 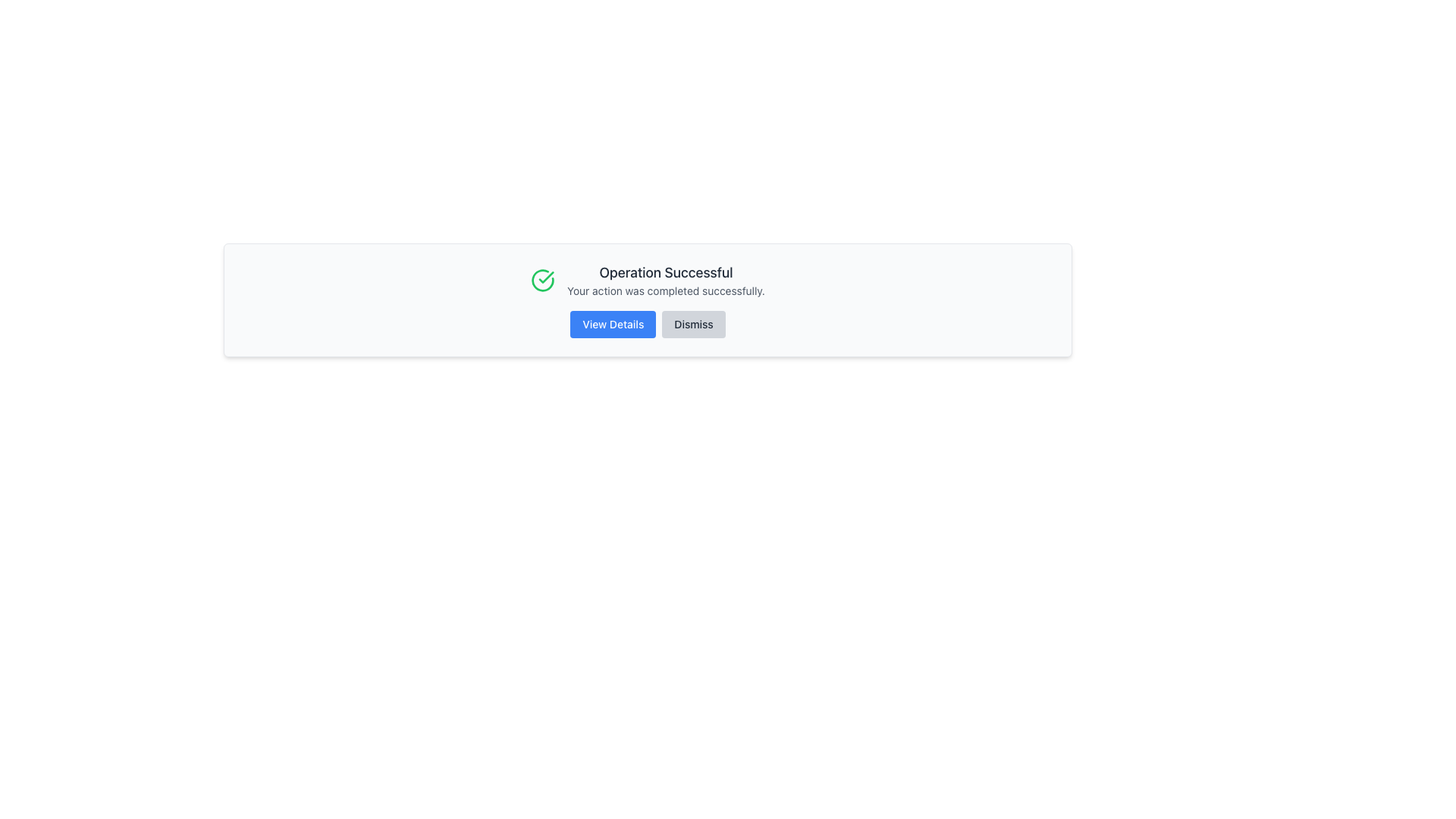 I want to click on message displayed in the static text block that says 'Operation Successful' and 'Your action was completed successfully.', so click(x=666, y=281).